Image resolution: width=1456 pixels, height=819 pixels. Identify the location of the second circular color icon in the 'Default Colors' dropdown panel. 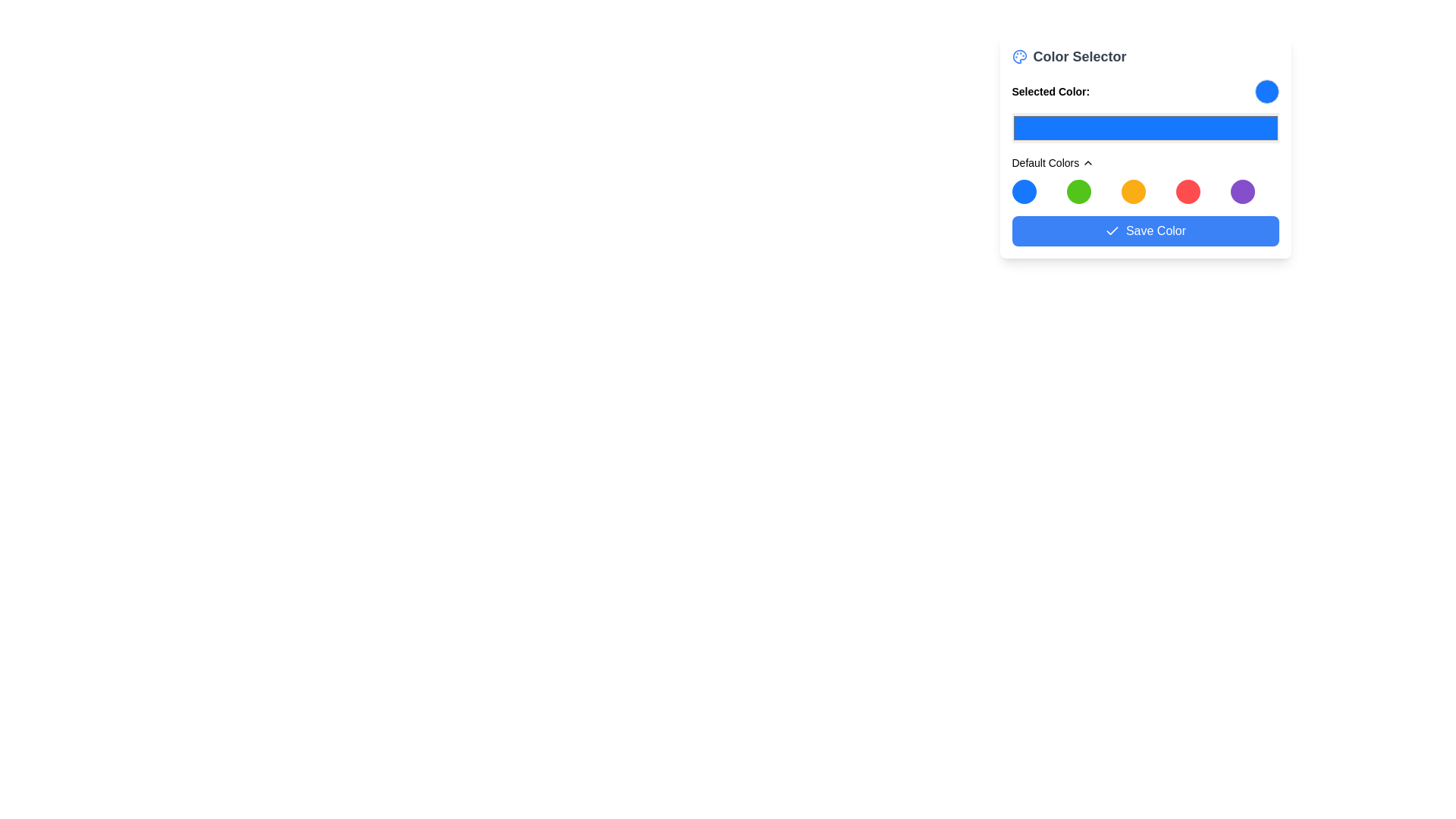
(1078, 191).